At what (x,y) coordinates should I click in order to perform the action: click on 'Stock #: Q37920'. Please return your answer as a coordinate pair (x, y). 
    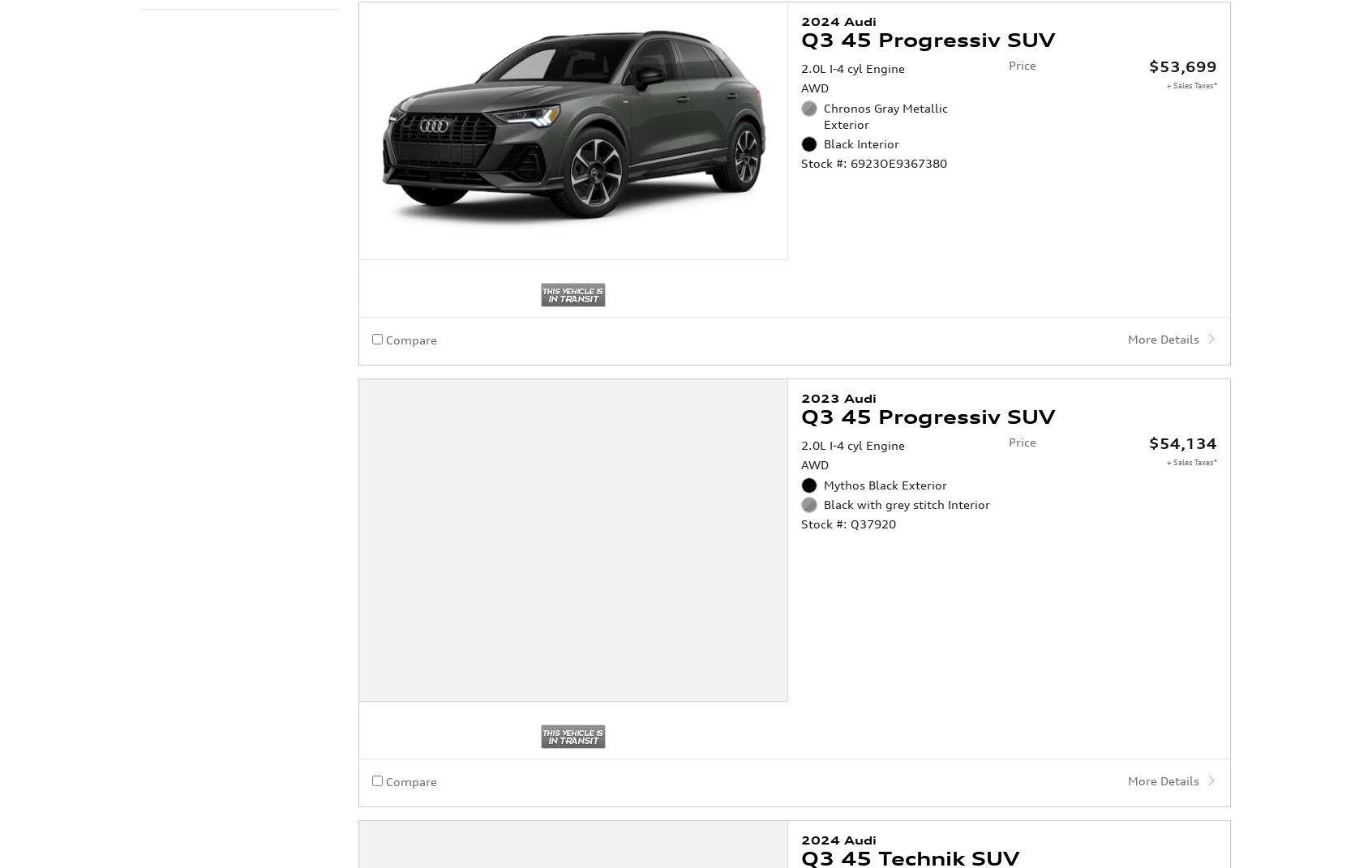
    Looking at the image, I should click on (847, 523).